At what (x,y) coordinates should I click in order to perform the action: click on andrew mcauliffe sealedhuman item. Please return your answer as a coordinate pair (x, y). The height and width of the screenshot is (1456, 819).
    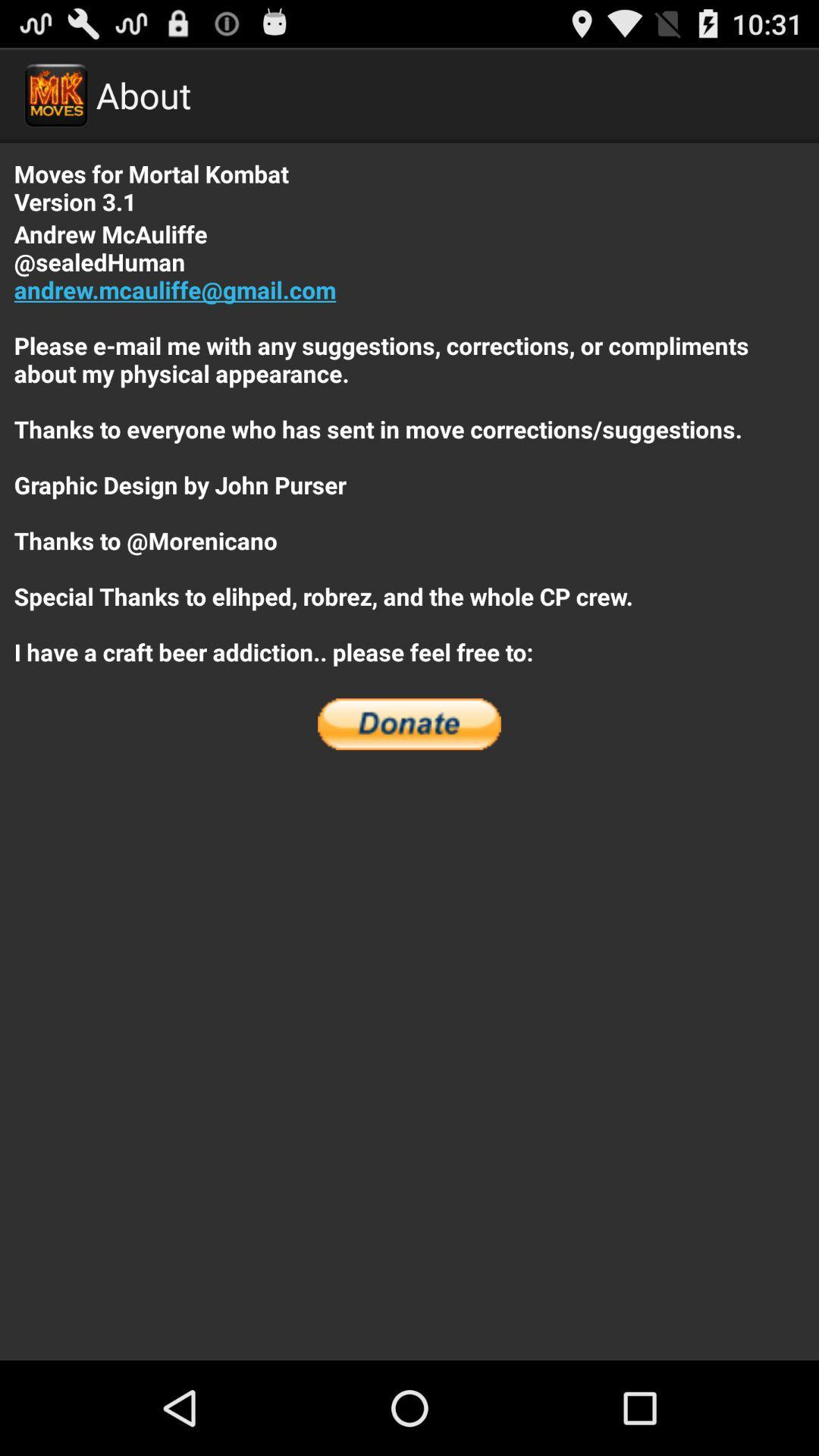
    Looking at the image, I should click on (409, 442).